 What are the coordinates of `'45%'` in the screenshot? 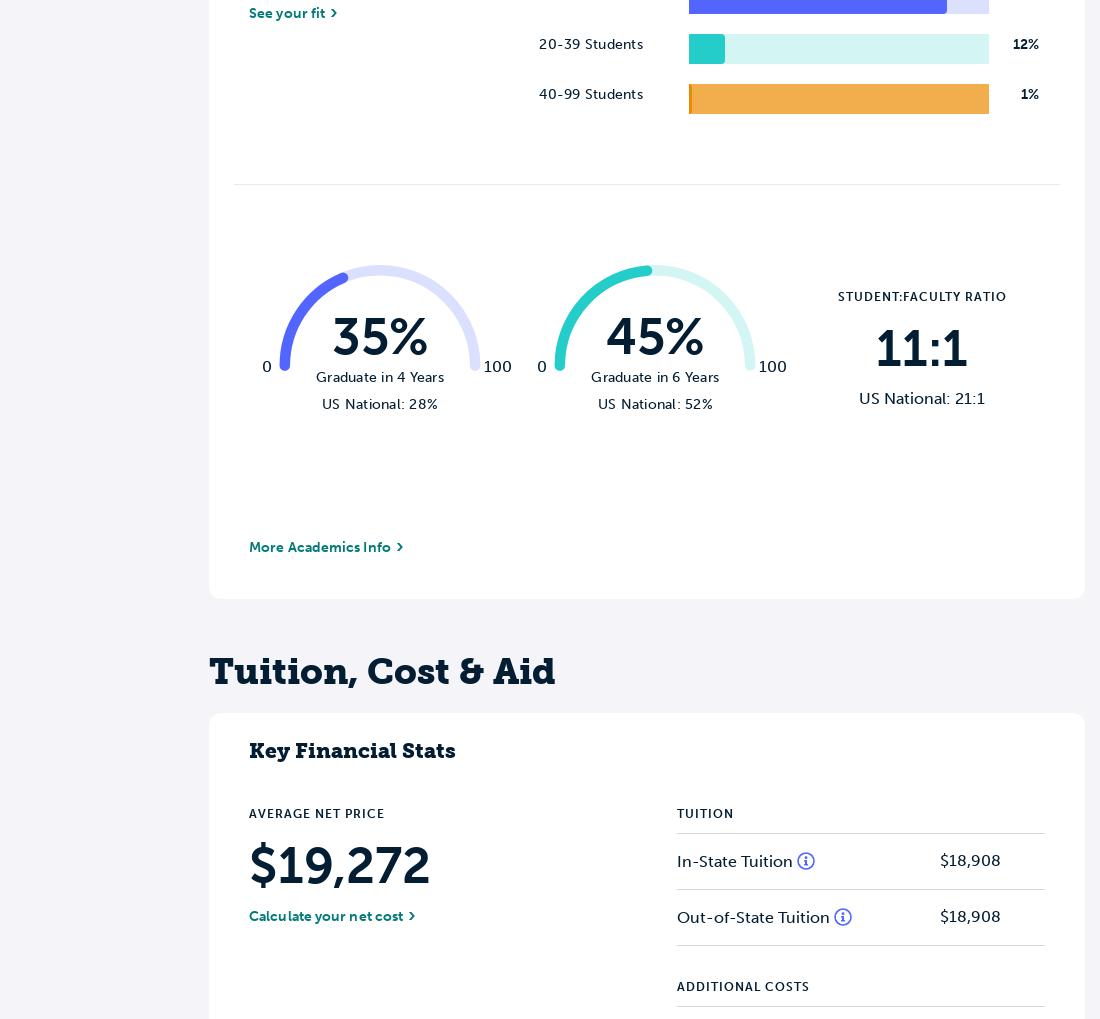 It's located at (604, 336).